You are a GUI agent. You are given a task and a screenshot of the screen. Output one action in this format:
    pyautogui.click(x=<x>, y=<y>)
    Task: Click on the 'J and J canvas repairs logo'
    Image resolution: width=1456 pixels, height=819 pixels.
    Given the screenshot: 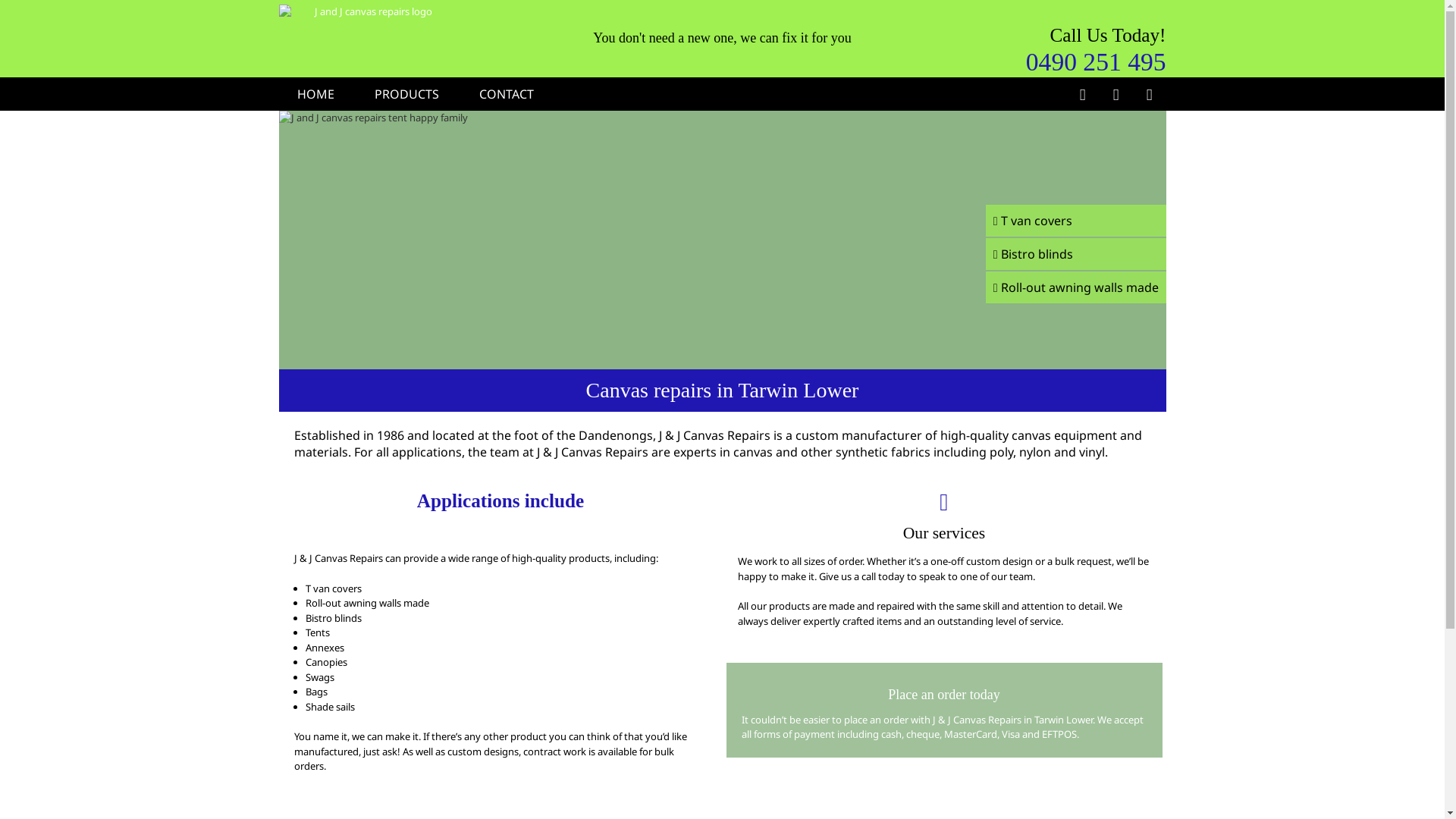 What is the action you would take?
    pyautogui.click(x=367, y=11)
    